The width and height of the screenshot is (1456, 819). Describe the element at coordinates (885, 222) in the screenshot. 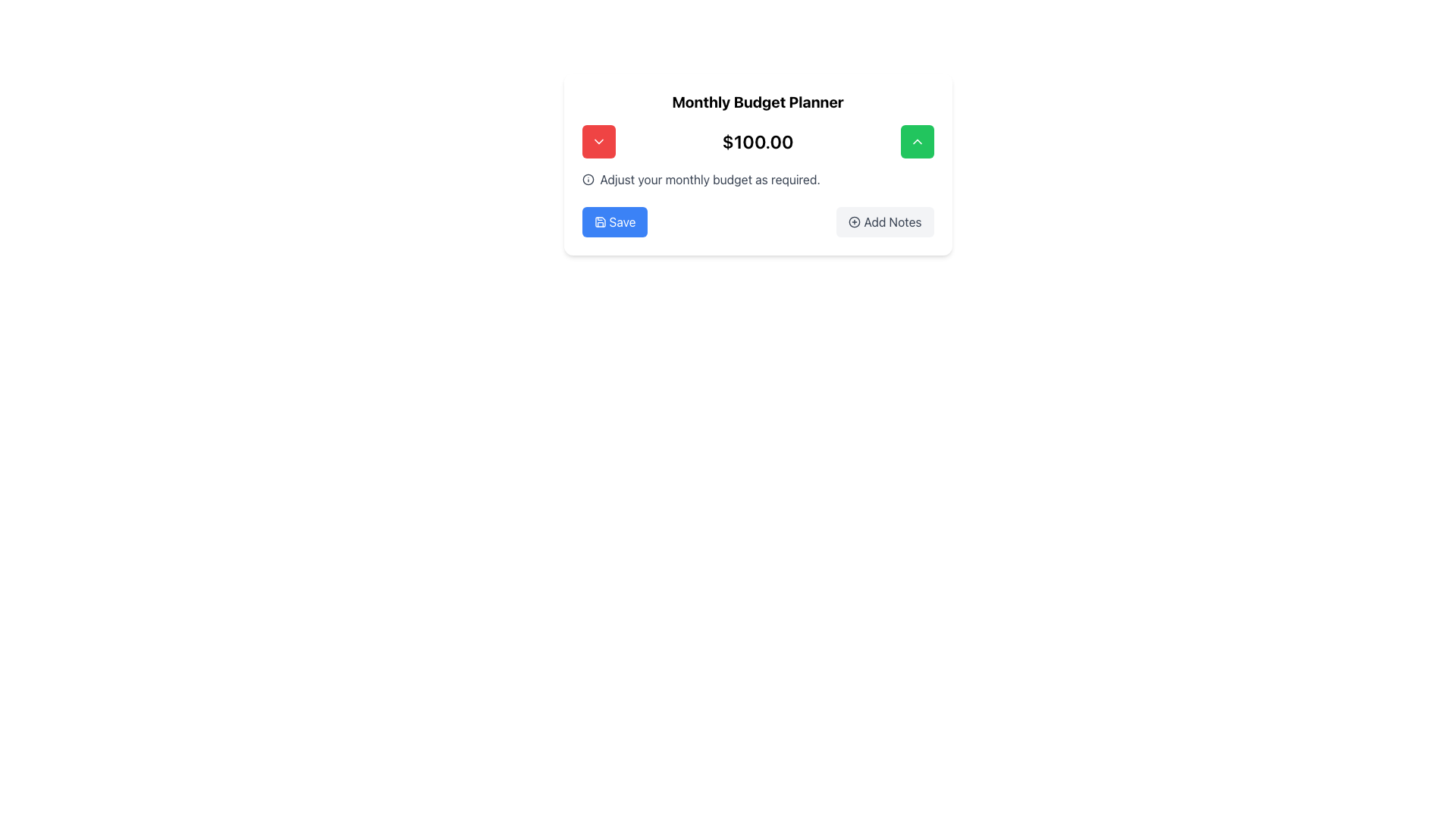

I see `the 'Add Notes' button, which is located to the right of the 'Save' button and features a '+' icon to signify its functionality` at that location.